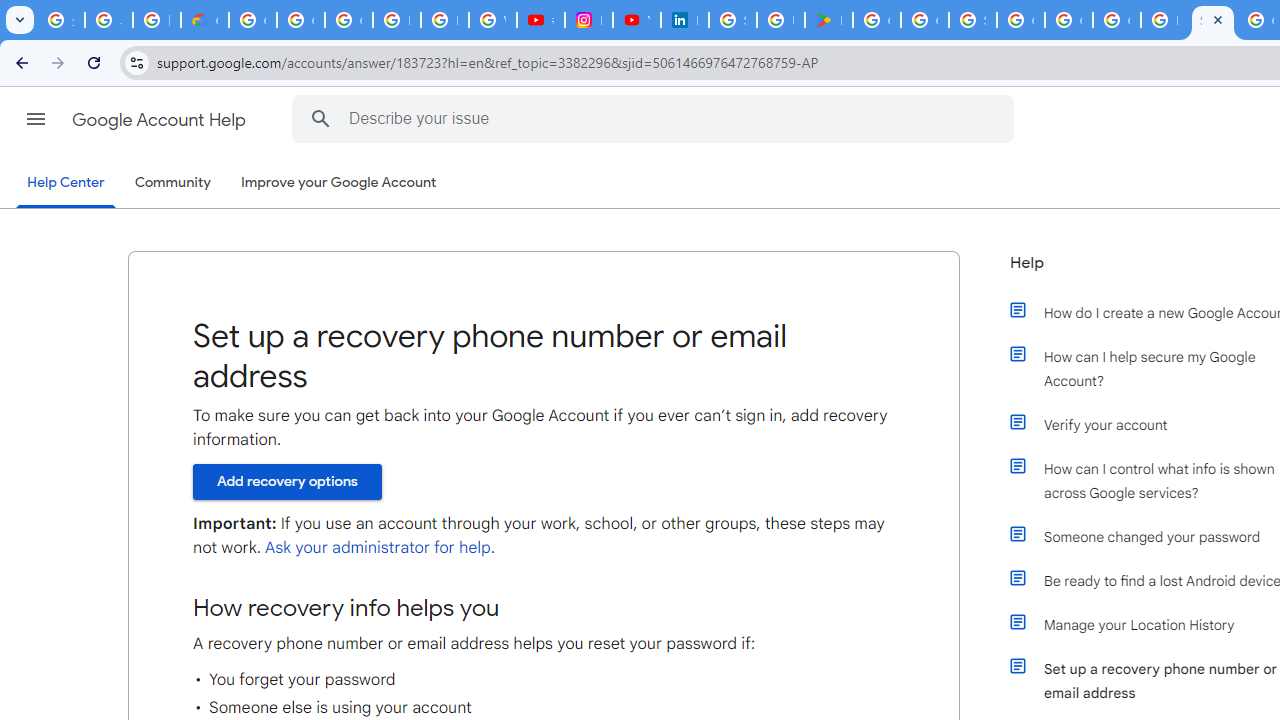  Describe the element at coordinates (635, 20) in the screenshot. I see `'YouTube Culture & Trends - On The Rise: Handcam Videos'` at that location.